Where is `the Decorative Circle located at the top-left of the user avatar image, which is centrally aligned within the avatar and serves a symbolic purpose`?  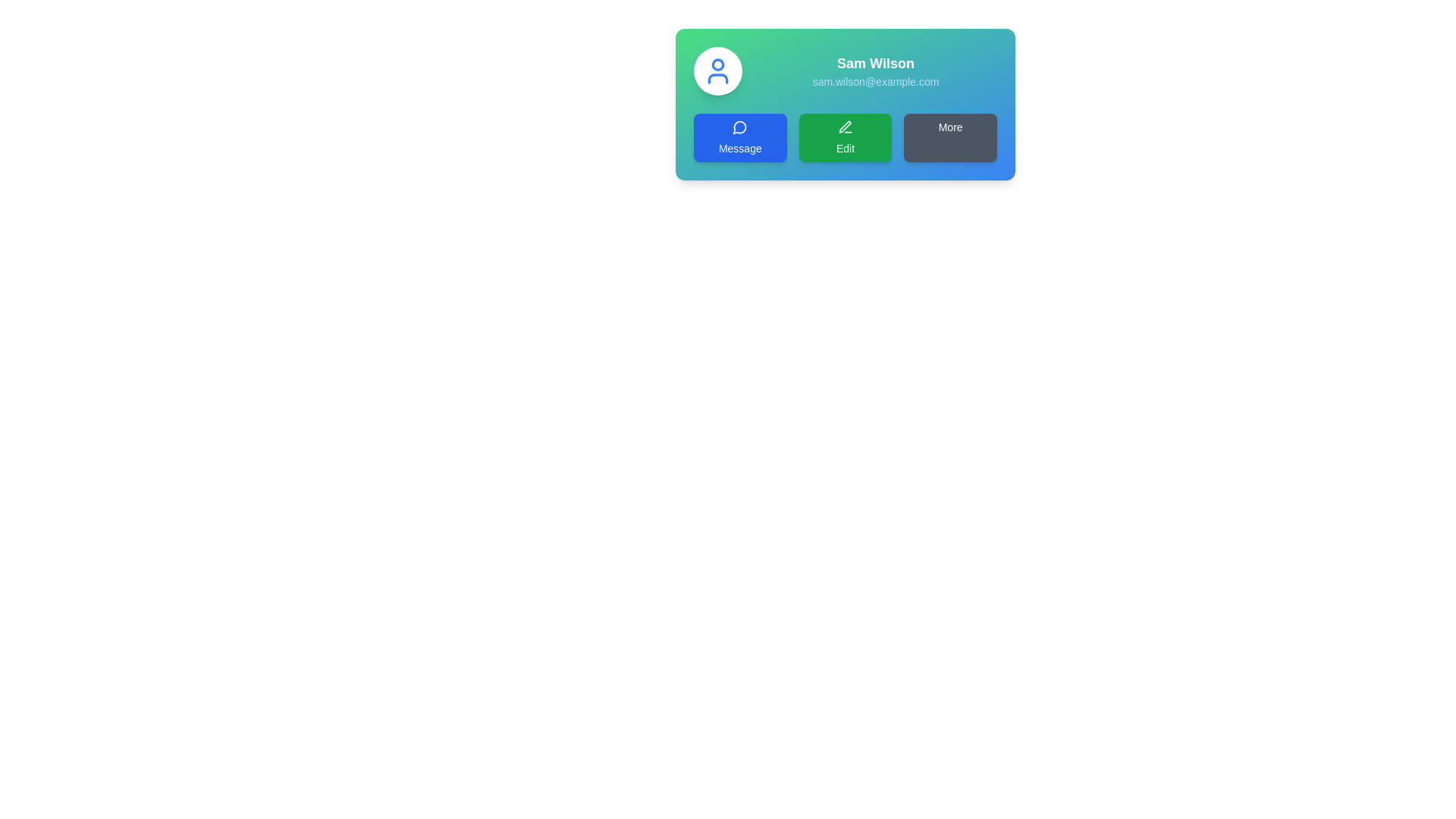
the Decorative Circle located at the top-left of the user avatar image, which is centrally aligned within the avatar and serves a symbolic purpose is located at coordinates (717, 63).